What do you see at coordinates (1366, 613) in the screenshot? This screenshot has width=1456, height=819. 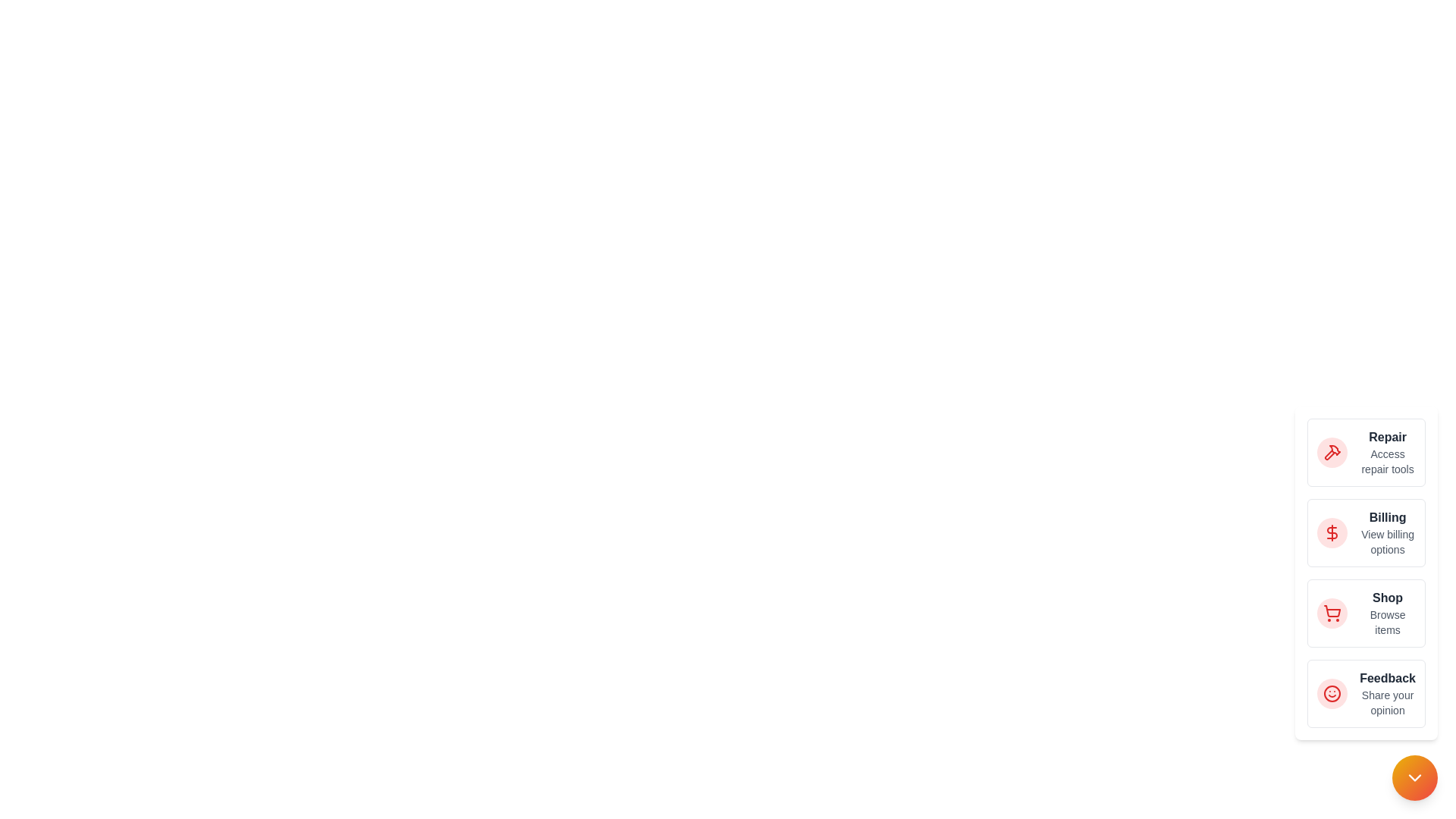 I see `the action 'Shop' from the list` at bounding box center [1366, 613].